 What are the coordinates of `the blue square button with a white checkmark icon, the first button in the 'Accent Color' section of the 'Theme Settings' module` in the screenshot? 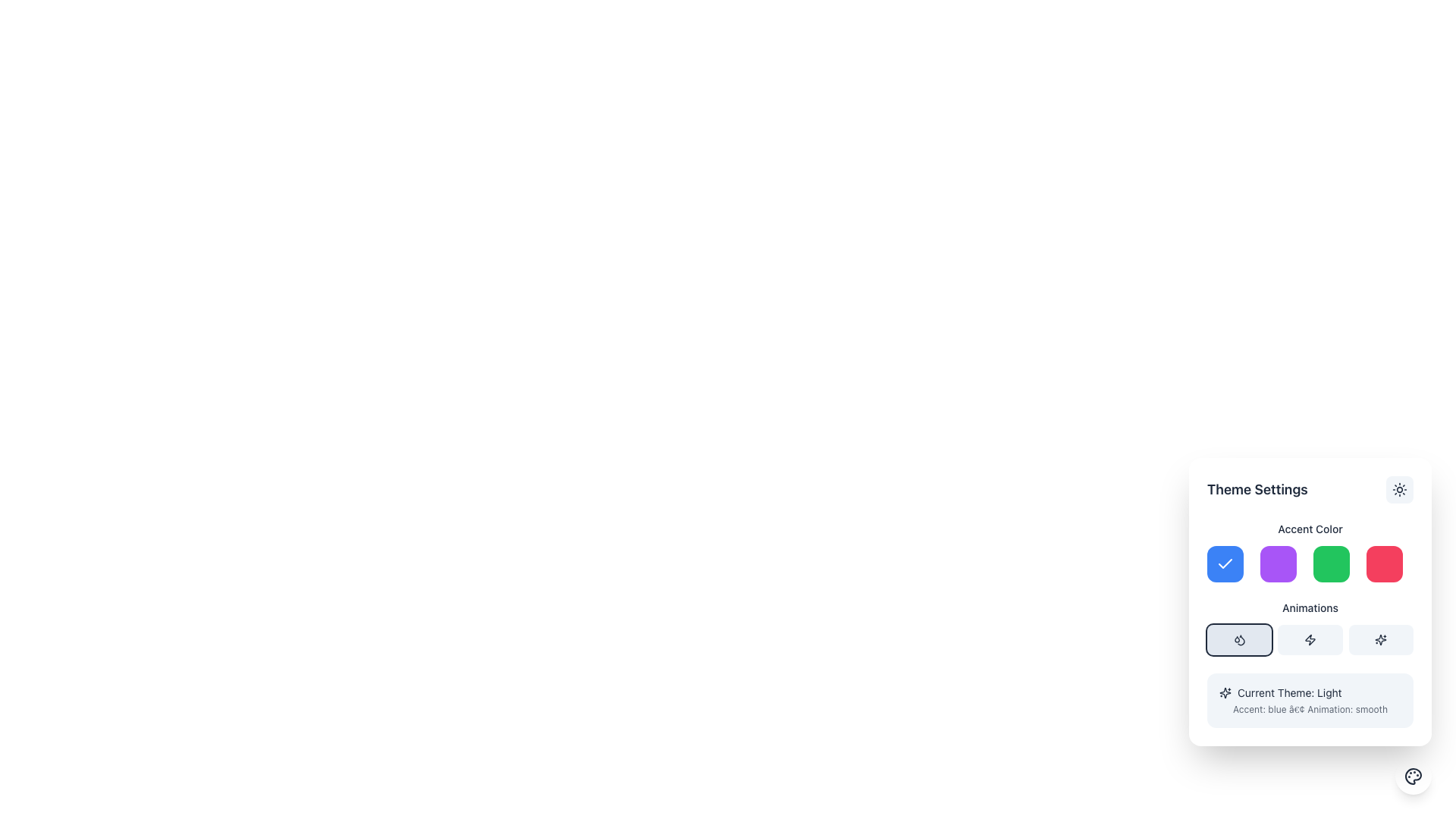 It's located at (1225, 564).